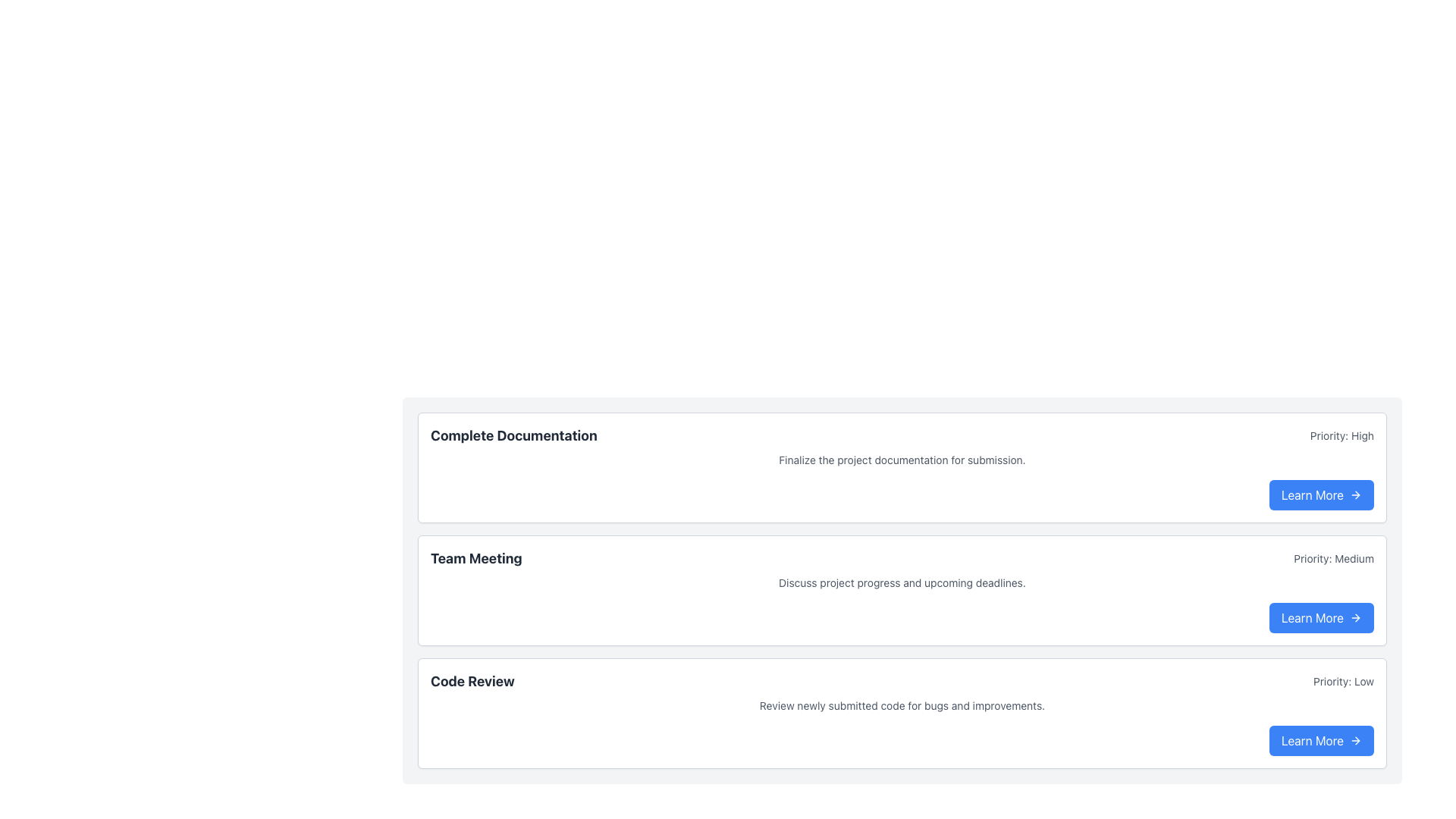  What do you see at coordinates (1320, 494) in the screenshot?
I see `the 'Learn More' button with a blue background and white text located in the top-right of the 'Complete Documentation' box` at bounding box center [1320, 494].